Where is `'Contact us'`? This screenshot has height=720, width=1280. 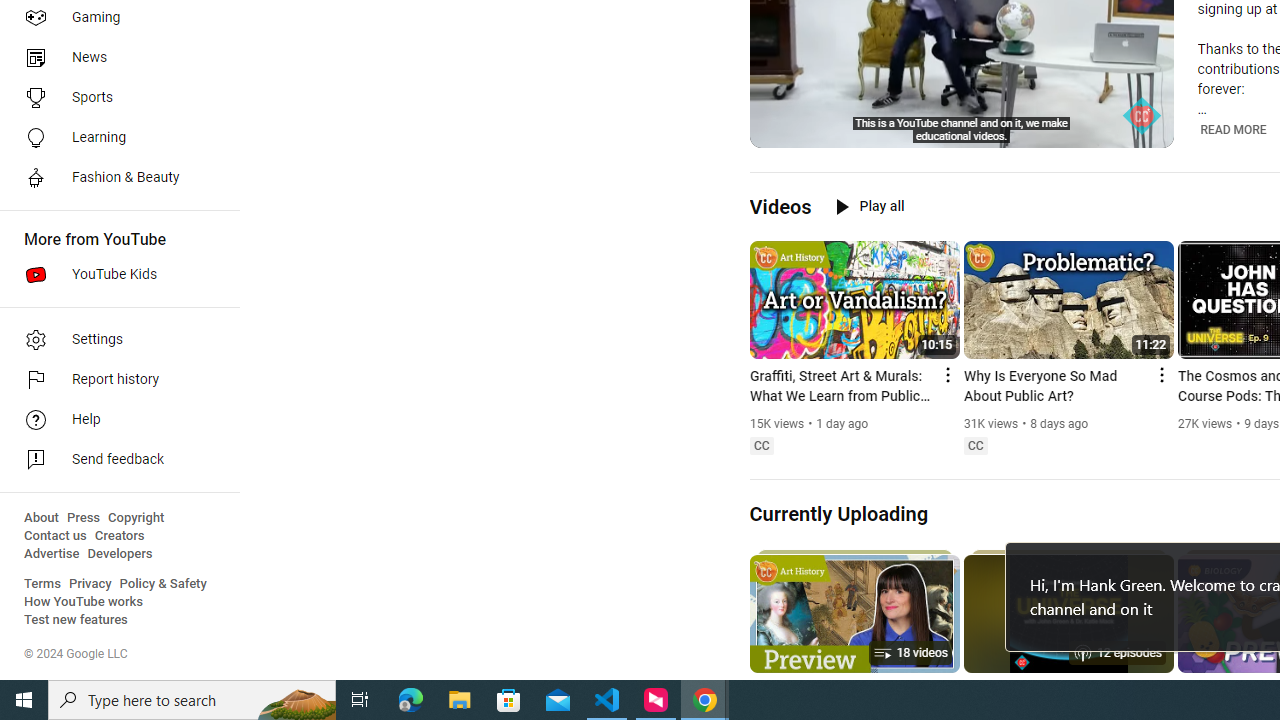 'Contact us' is located at coordinates (55, 535).